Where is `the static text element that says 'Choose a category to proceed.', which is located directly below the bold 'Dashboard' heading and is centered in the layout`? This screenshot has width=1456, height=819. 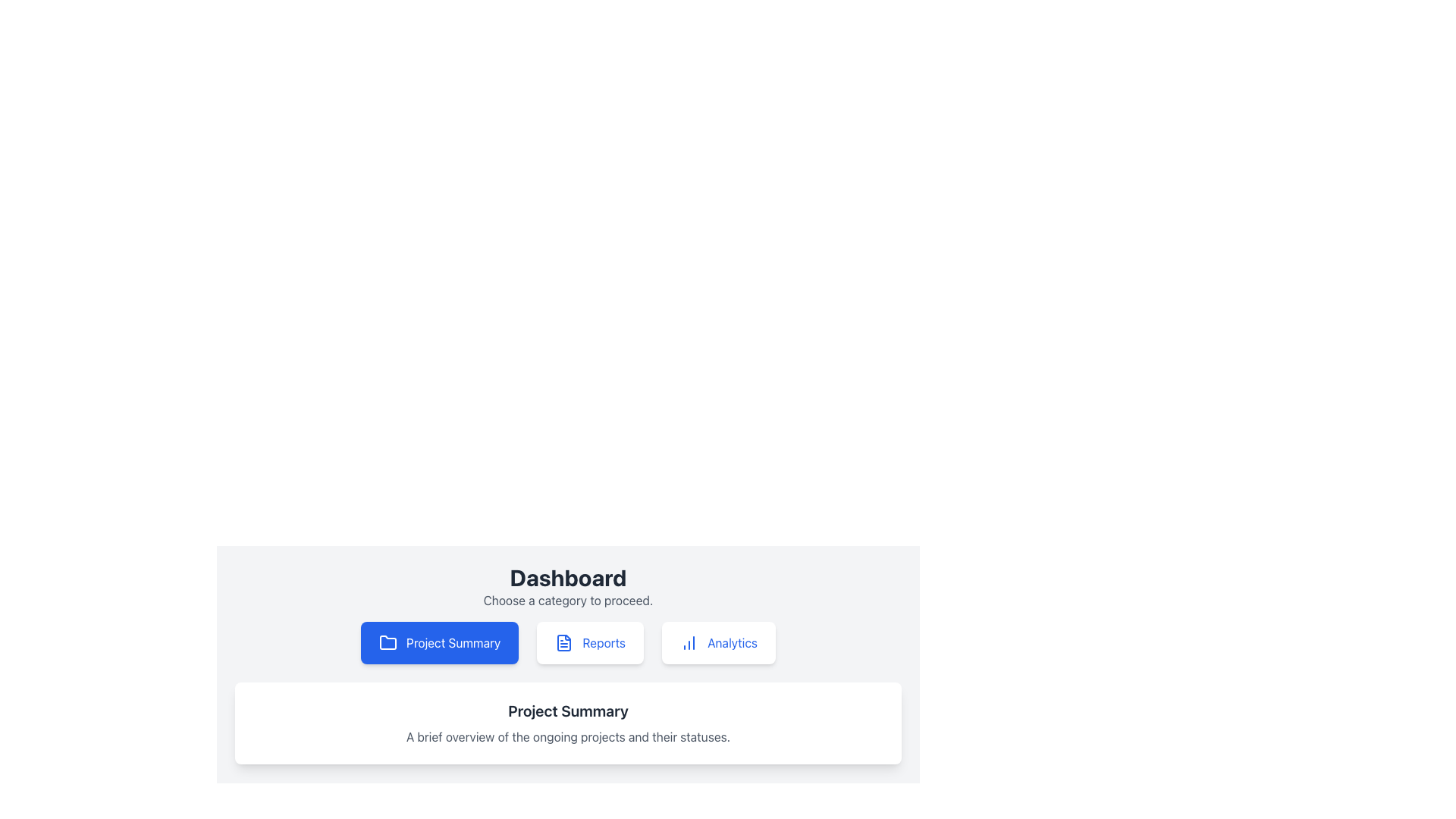 the static text element that says 'Choose a category to proceed.', which is located directly below the bold 'Dashboard' heading and is centered in the layout is located at coordinates (567, 599).